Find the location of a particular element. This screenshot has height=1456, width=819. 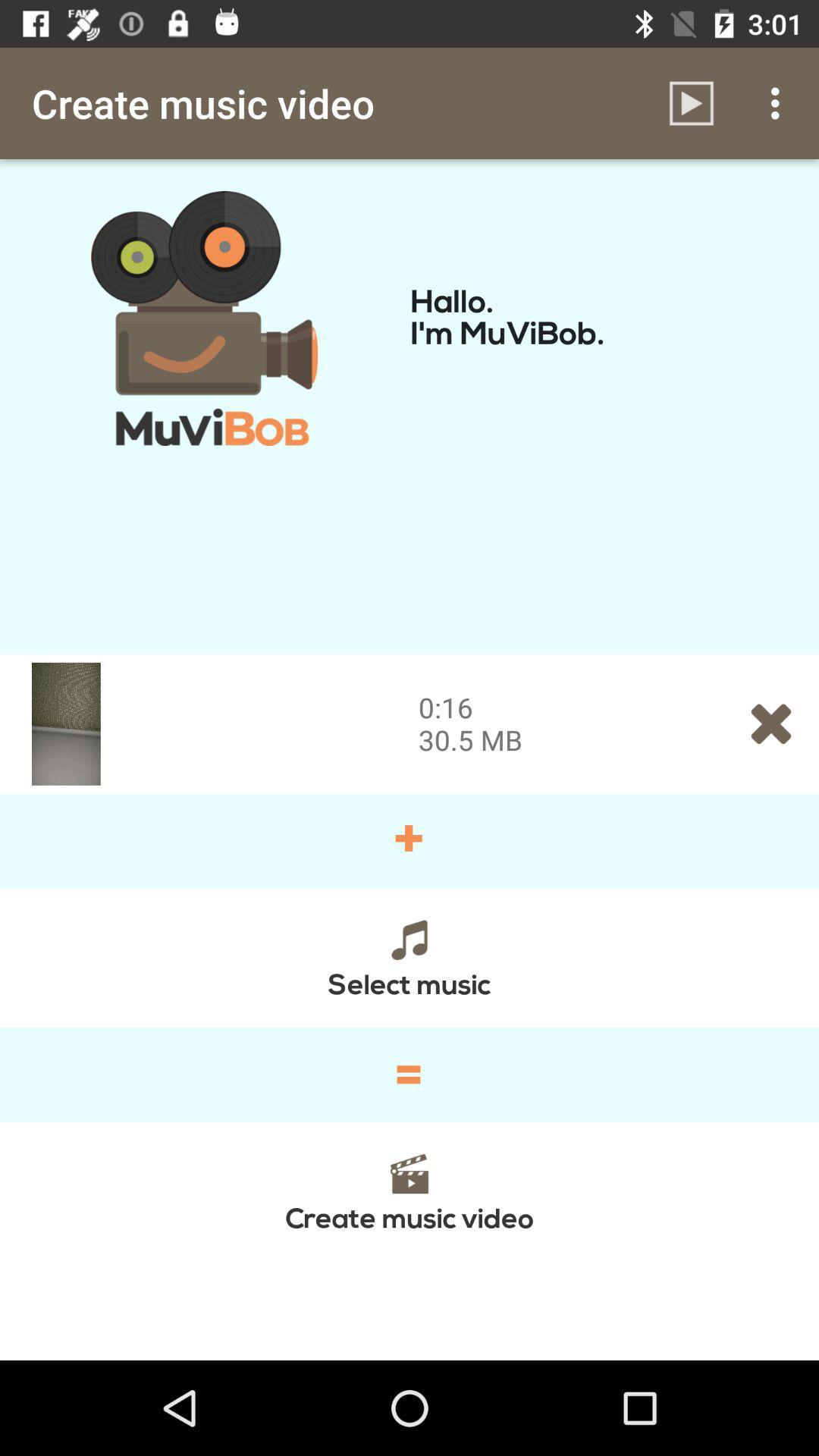

the icon above hallo i m item is located at coordinates (779, 102).